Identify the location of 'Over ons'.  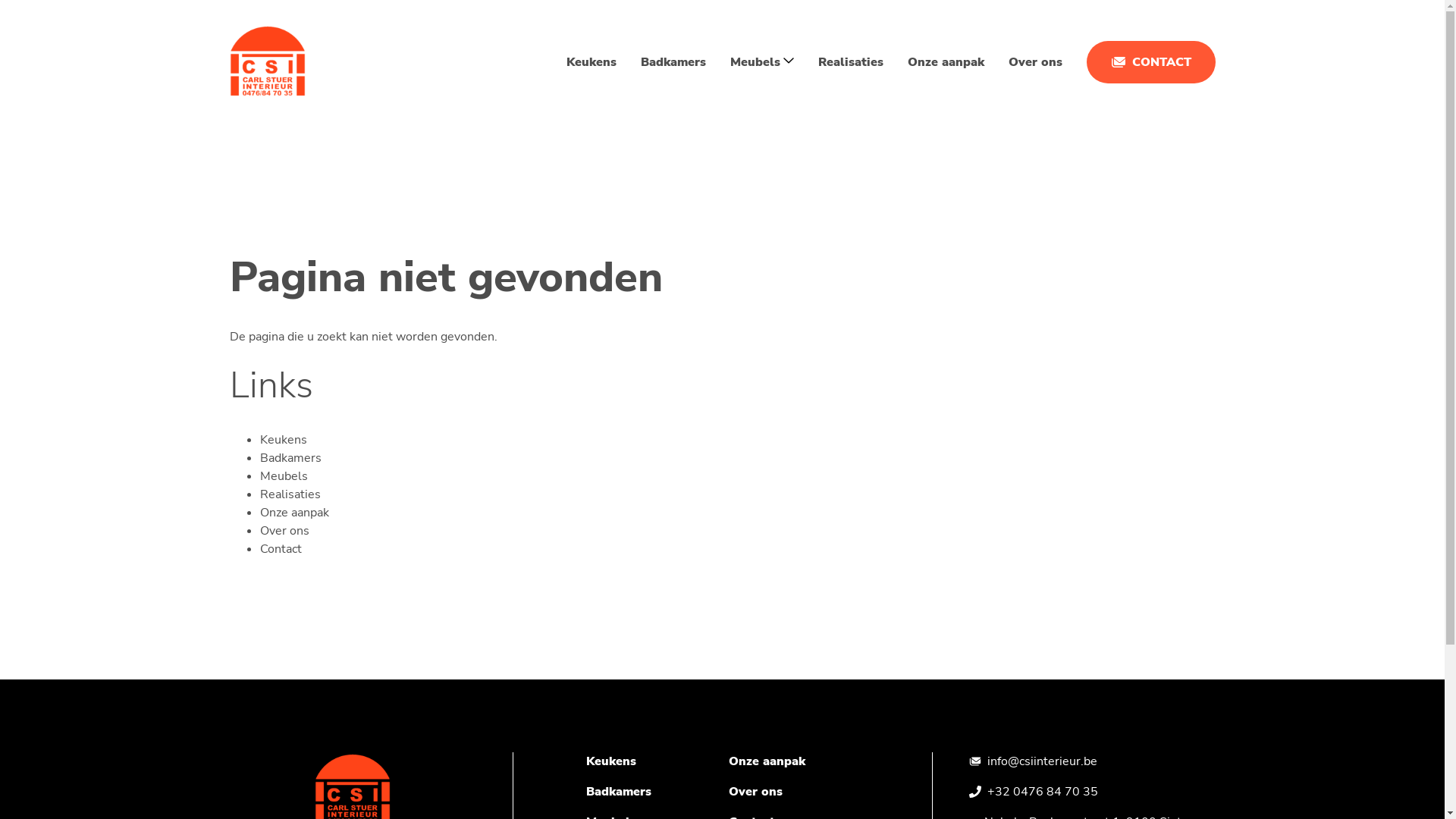
(728, 791).